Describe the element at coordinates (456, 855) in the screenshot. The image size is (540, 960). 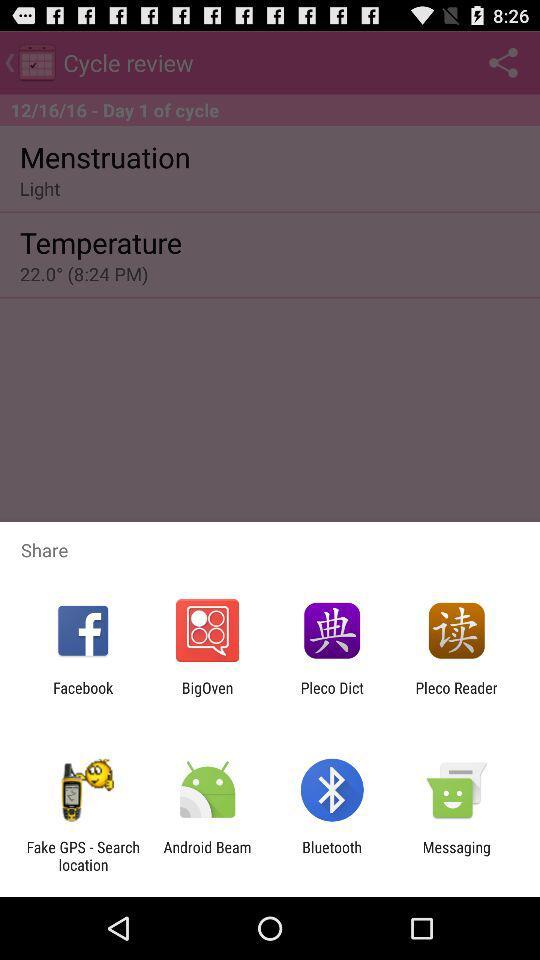
I see `the item next to bluetooth` at that location.